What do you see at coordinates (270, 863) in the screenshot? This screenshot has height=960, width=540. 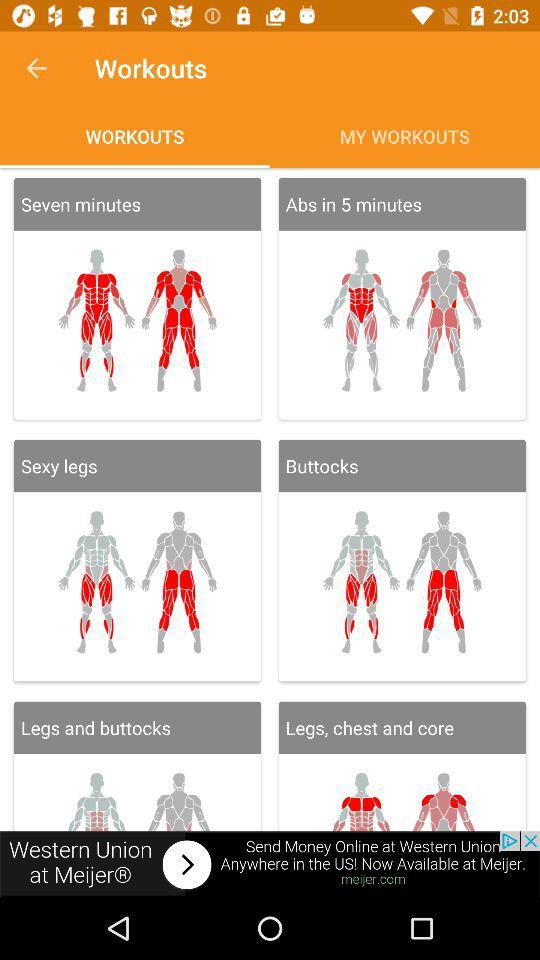 I see `open advertisement` at bounding box center [270, 863].